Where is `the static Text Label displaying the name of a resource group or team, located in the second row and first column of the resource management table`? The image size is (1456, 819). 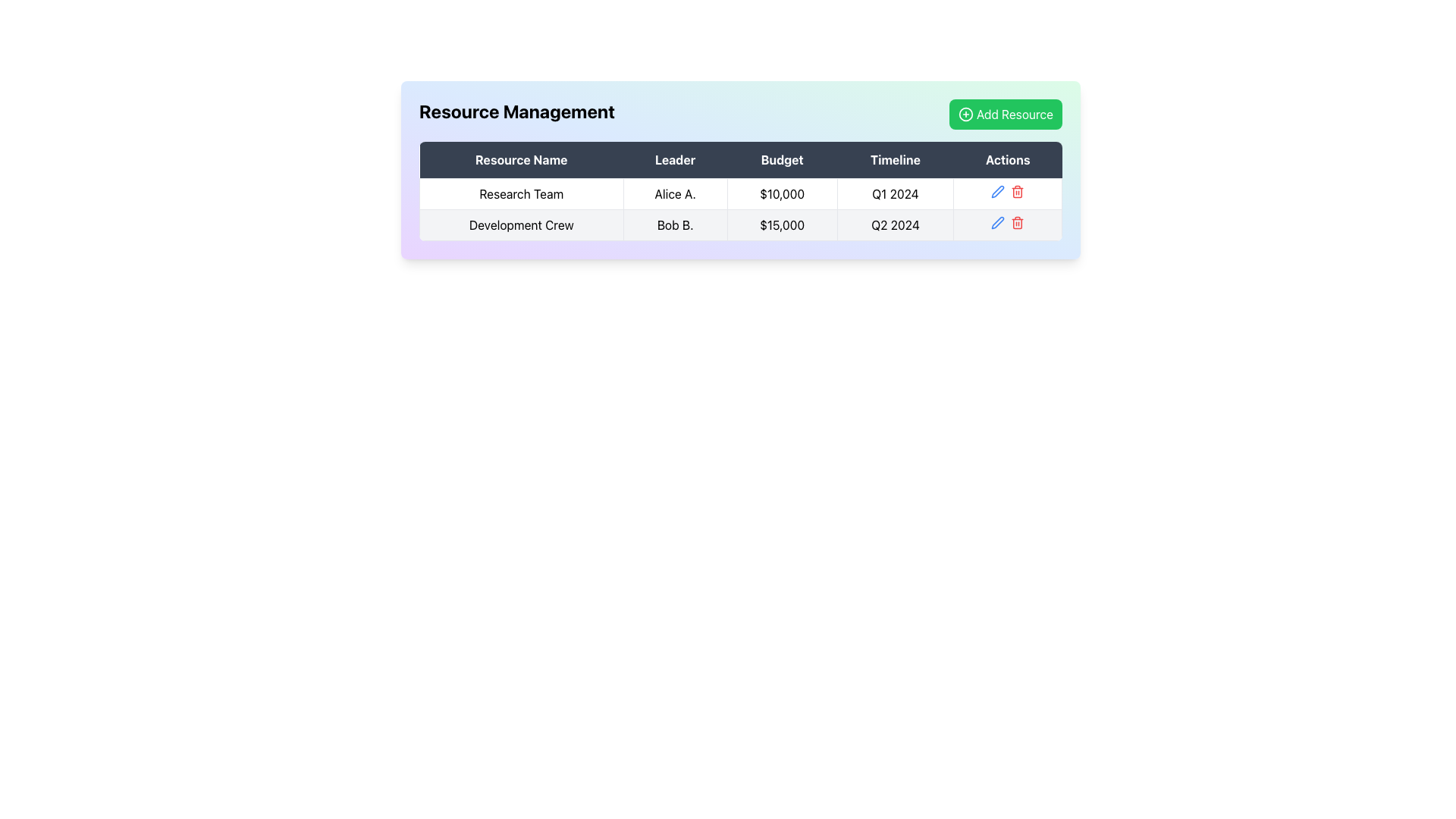
the static Text Label displaying the name of a resource group or team, located in the second row and first column of the resource management table is located at coordinates (521, 225).